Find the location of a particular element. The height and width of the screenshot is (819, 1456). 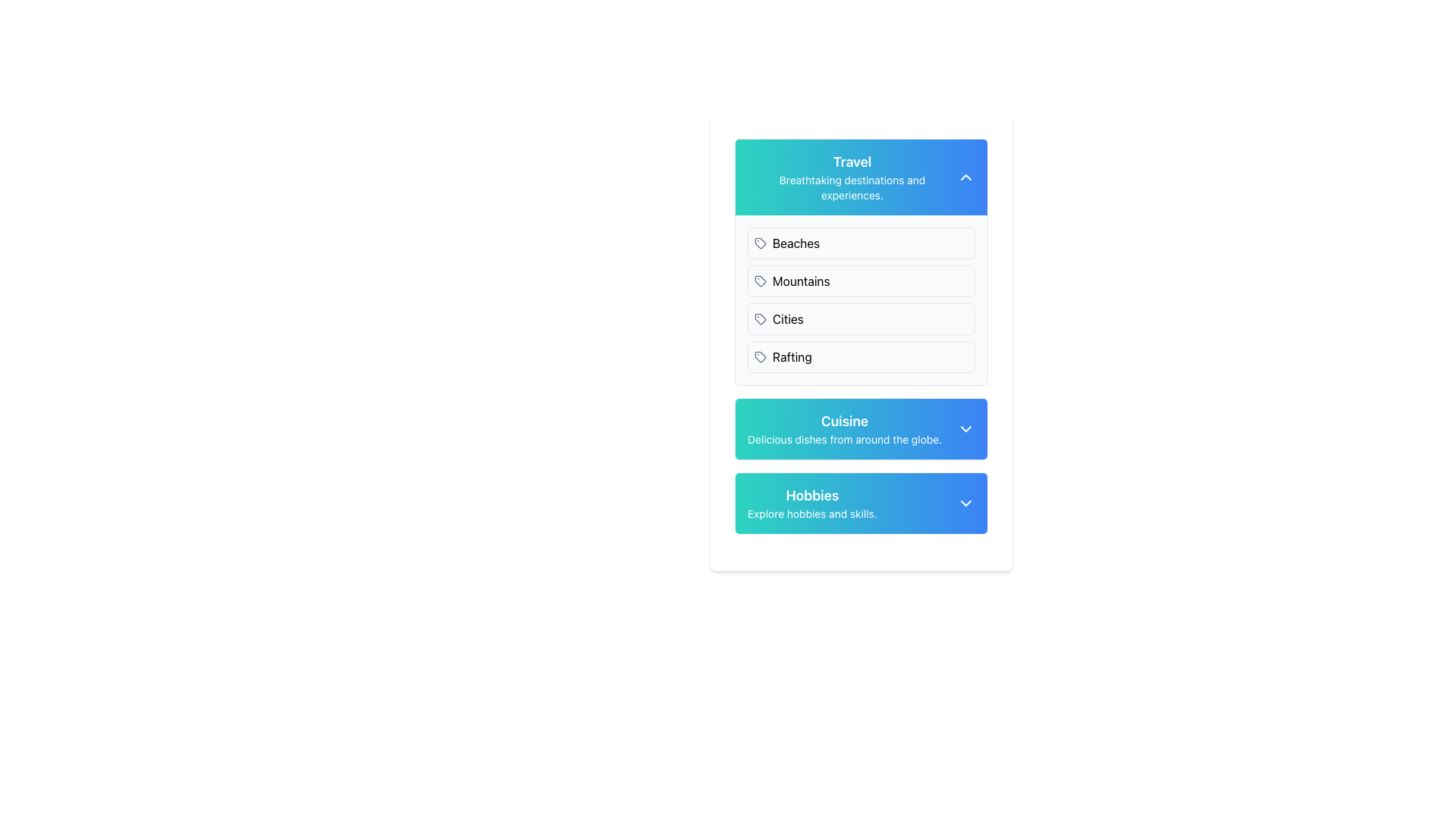

the upward-pointing chevron icon button in the top-right corner of the 'Travel' section header is located at coordinates (965, 177).